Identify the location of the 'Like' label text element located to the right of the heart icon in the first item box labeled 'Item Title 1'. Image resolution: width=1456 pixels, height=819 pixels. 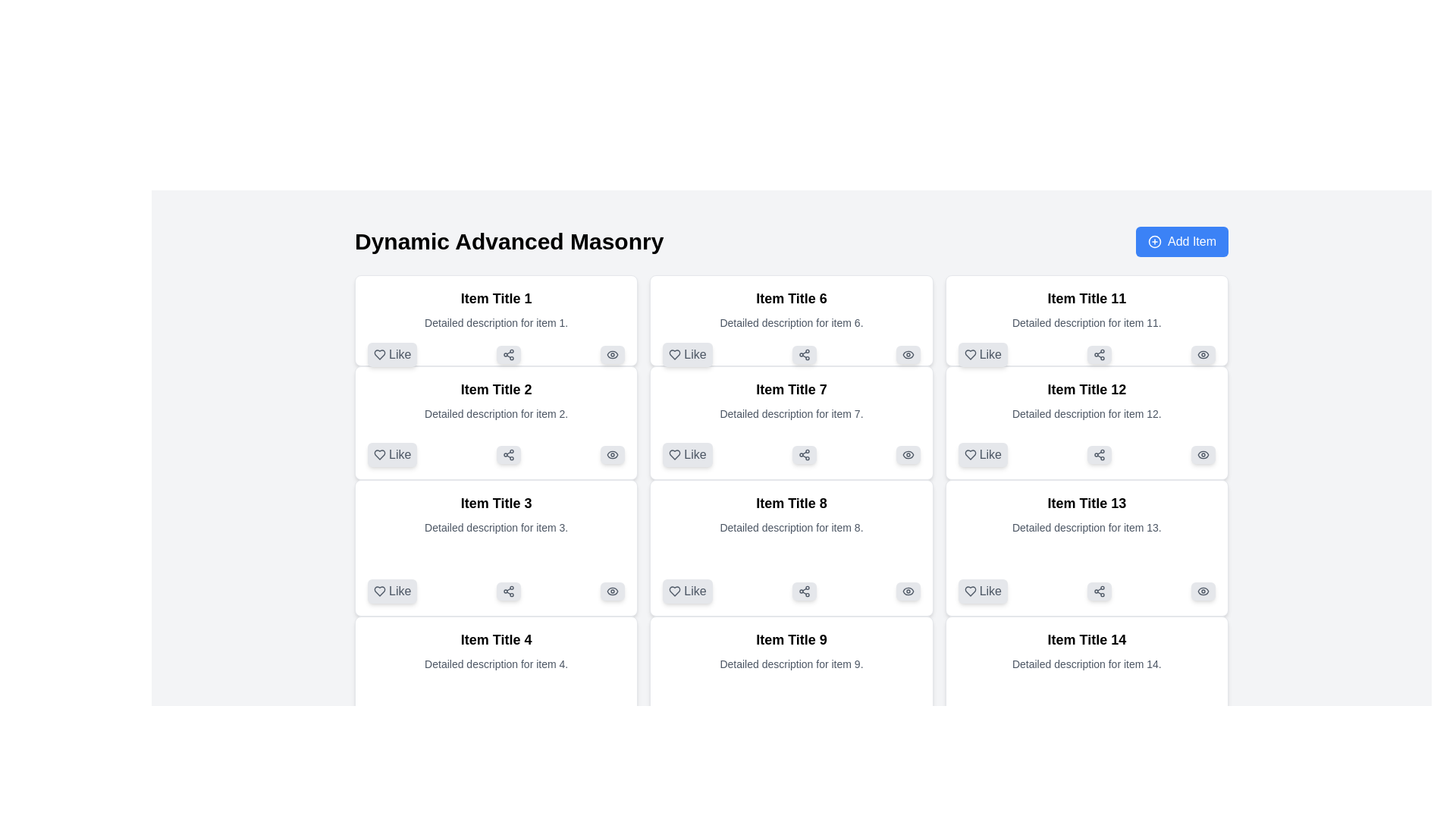
(400, 354).